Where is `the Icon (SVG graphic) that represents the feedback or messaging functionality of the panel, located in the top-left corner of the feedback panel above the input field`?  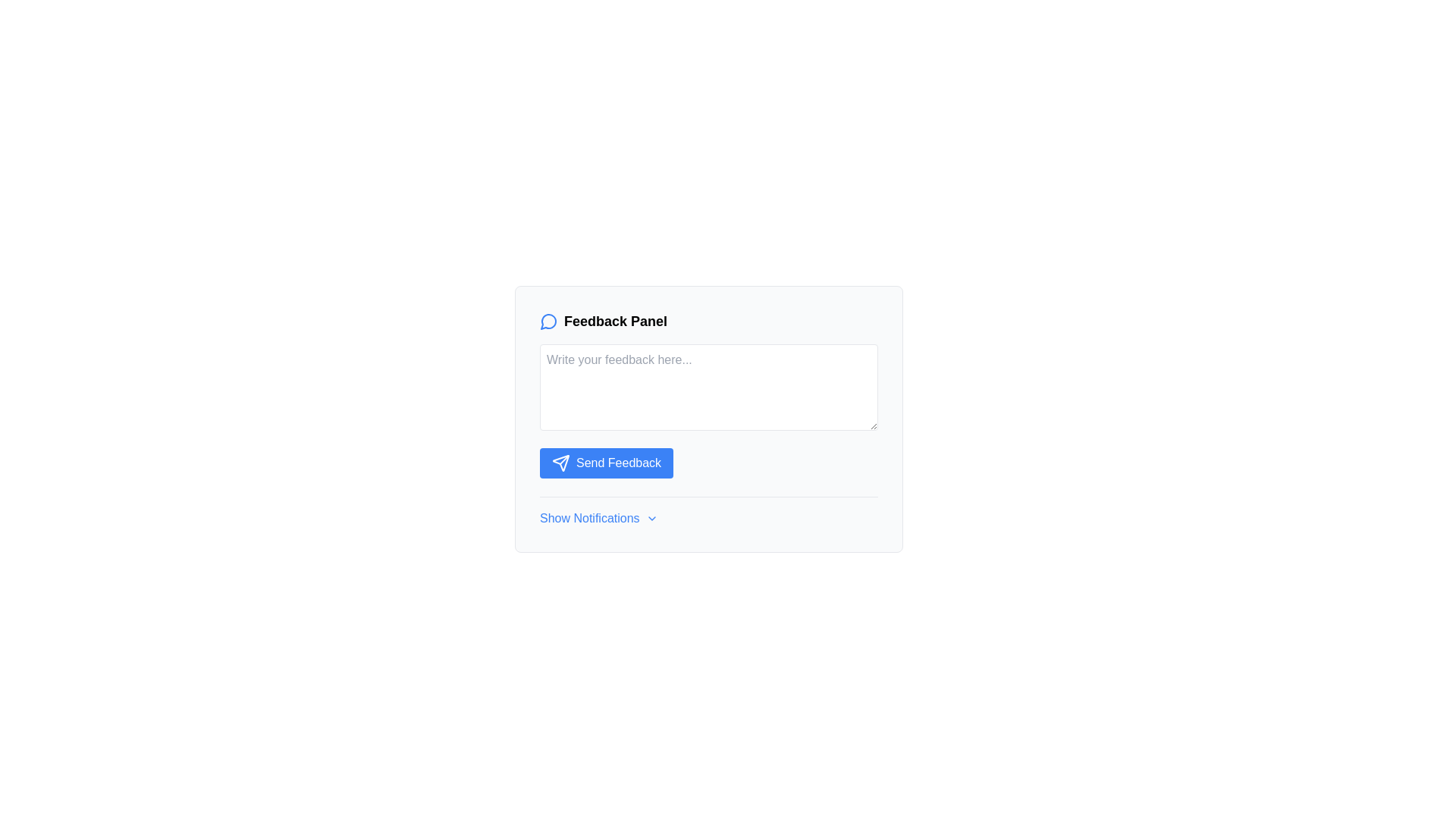 the Icon (SVG graphic) that represents the feedback or messaging functionality of the panel, located in the top-left corner of the feedback panel above the input field is located at coordinates (548, 321).